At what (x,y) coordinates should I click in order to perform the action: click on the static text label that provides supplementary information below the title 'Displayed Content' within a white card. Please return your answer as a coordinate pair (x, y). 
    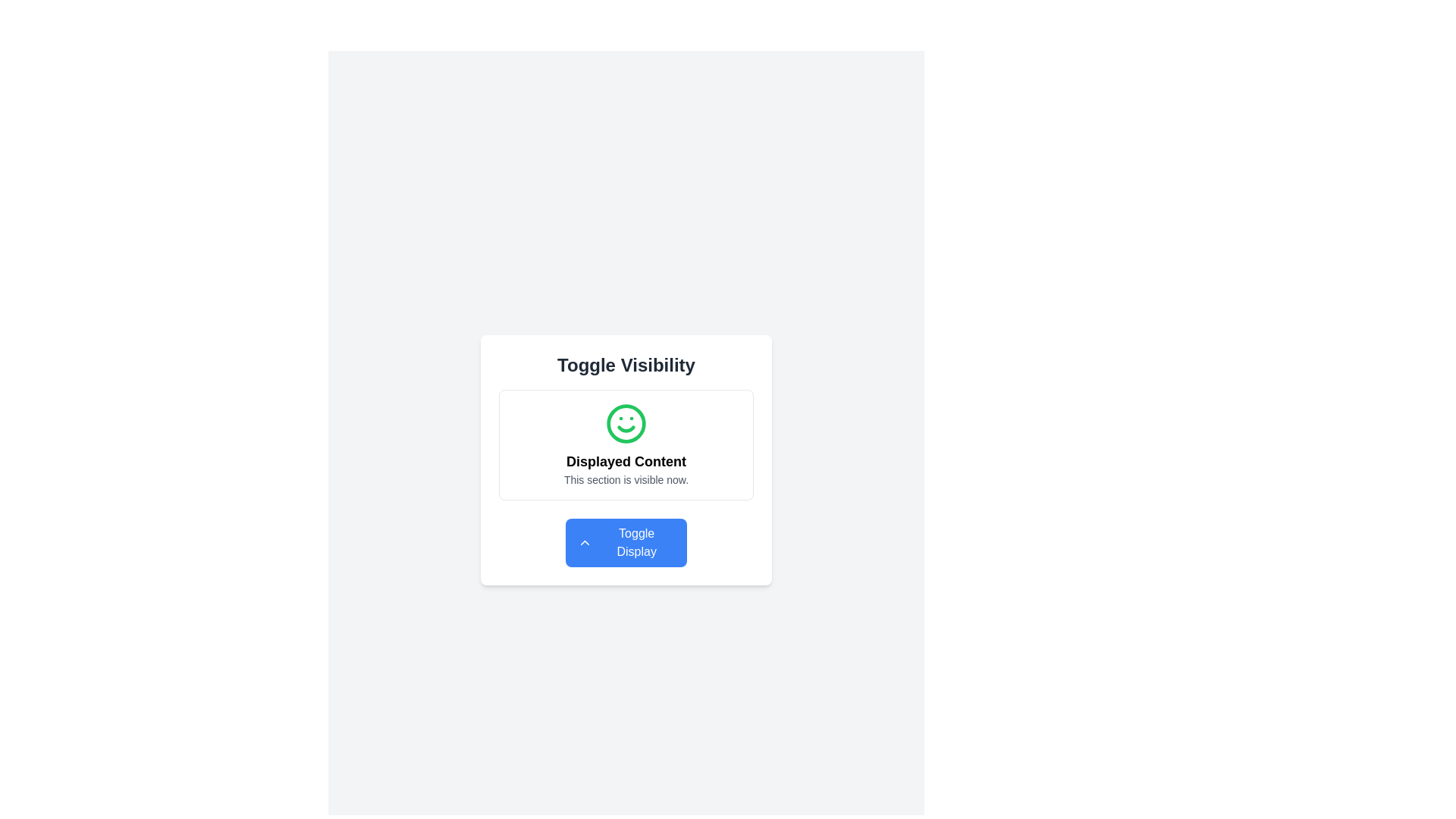
    Looking at the image, I should click on (626, 479).